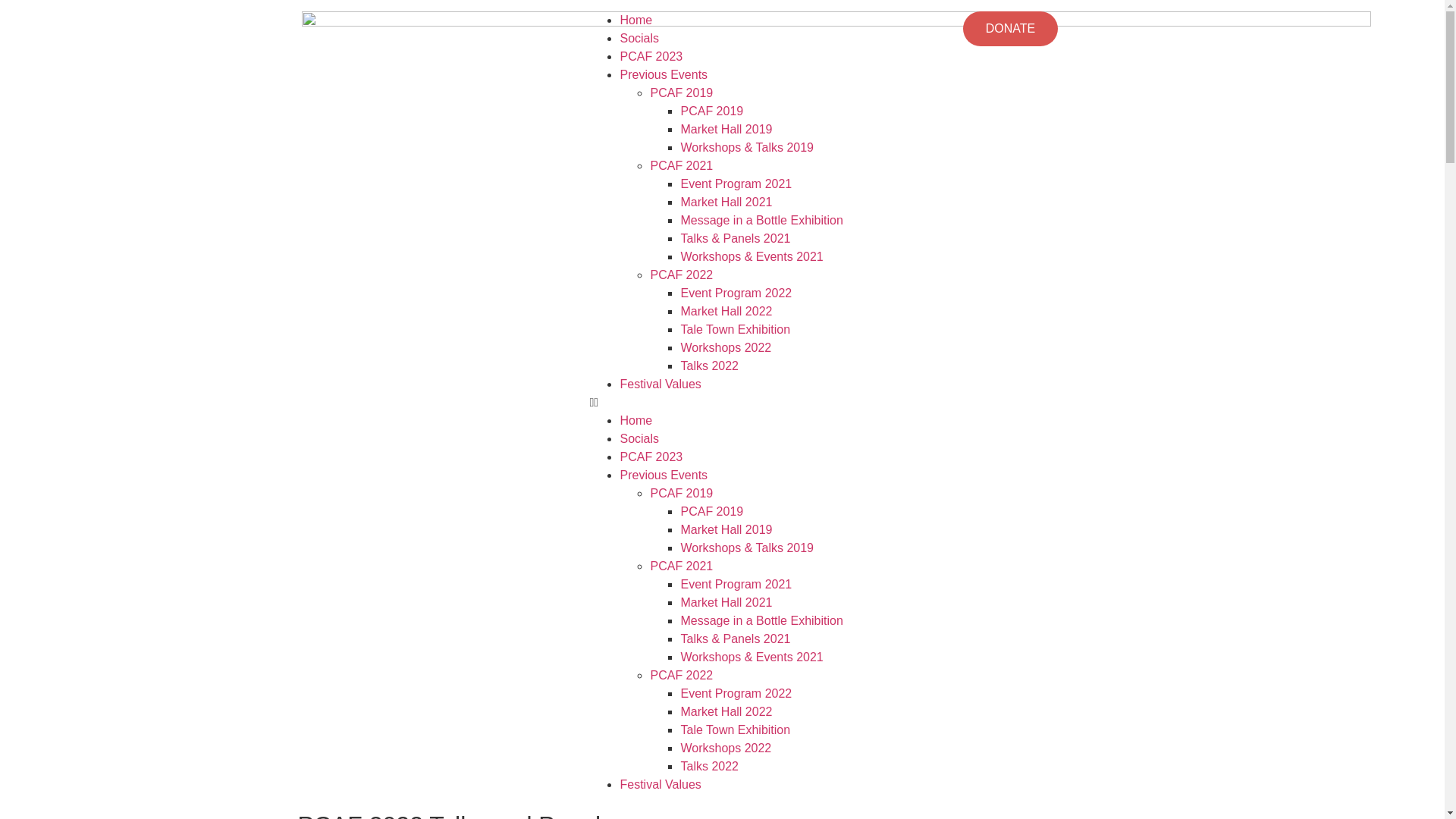 The width and height of the screenshot is (1456, 819). What do you see at coordinates (746, 548) in the screenshot?
I see `'Workshops & Talks 2019'` at bounding box center [746, 548].